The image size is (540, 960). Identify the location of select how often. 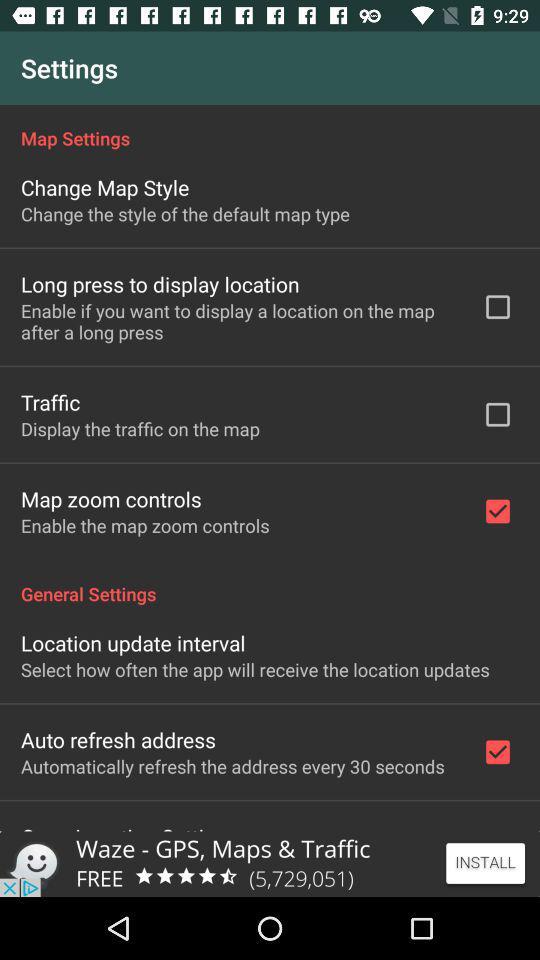
(255, 669).